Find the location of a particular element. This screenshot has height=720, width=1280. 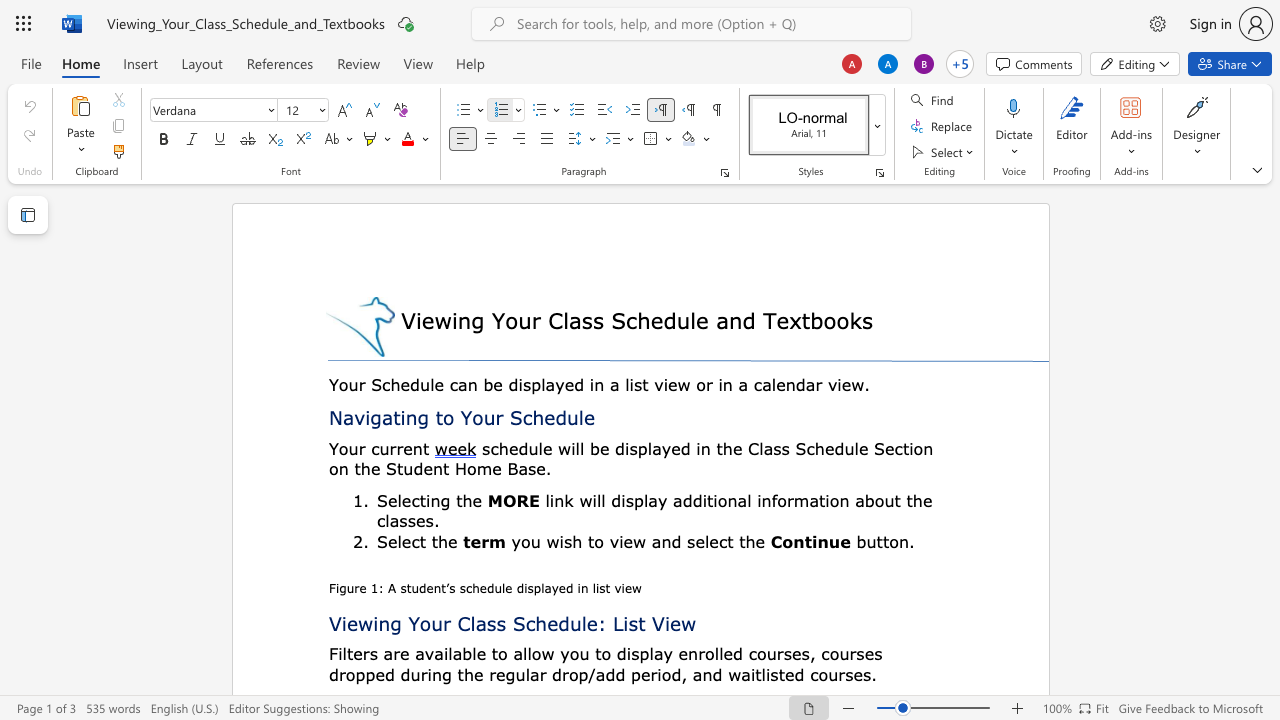

the space between the continuous character "d" and "d" in the text is located at coordinates (614, 674).